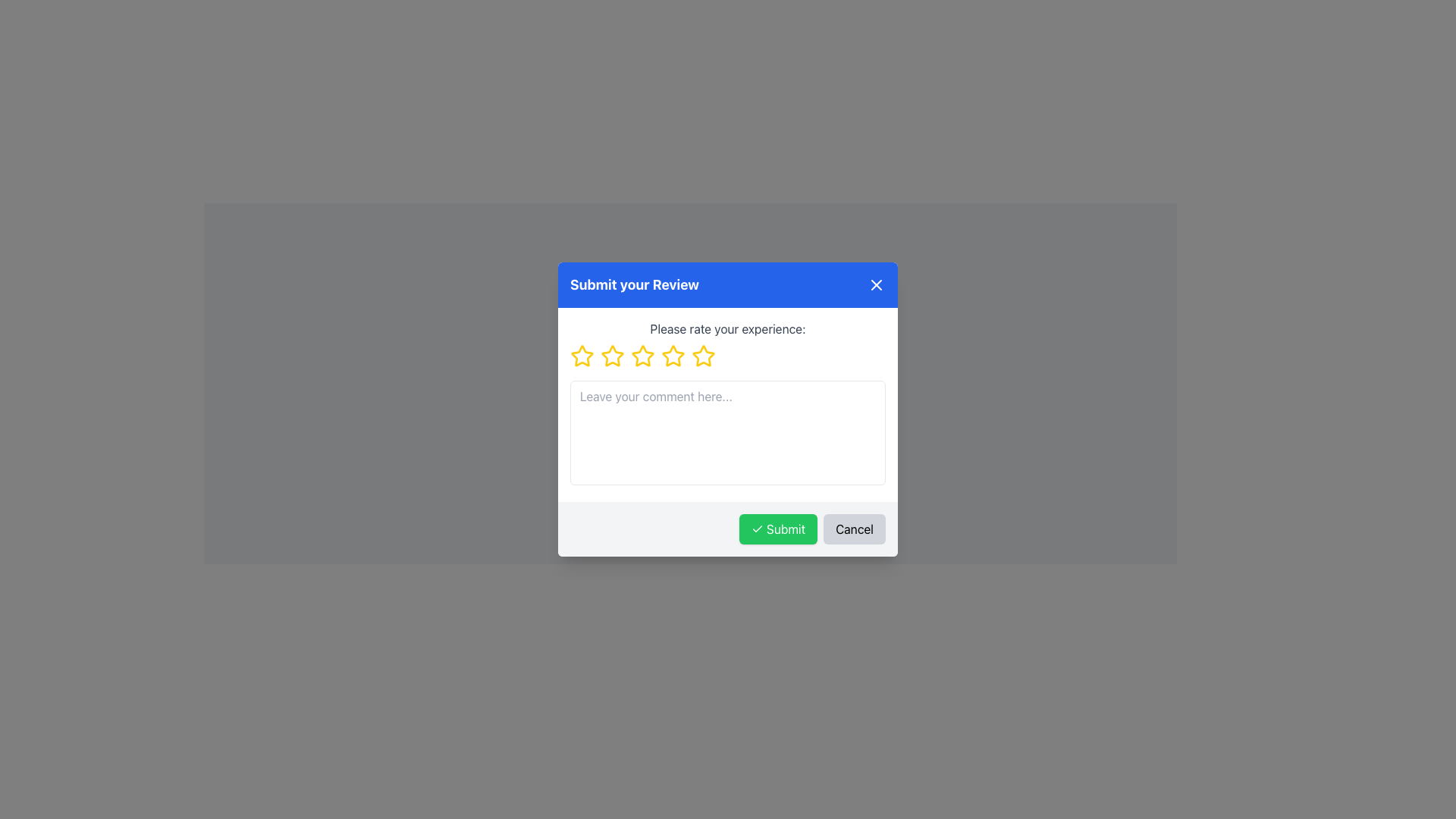 The height and width of the screenshot is (819, 1456). I want to click on the small checkmark icon located at the leftmost side of the green 'Submit' button, which features a light stroke and rounded caps, so click(757, 529).